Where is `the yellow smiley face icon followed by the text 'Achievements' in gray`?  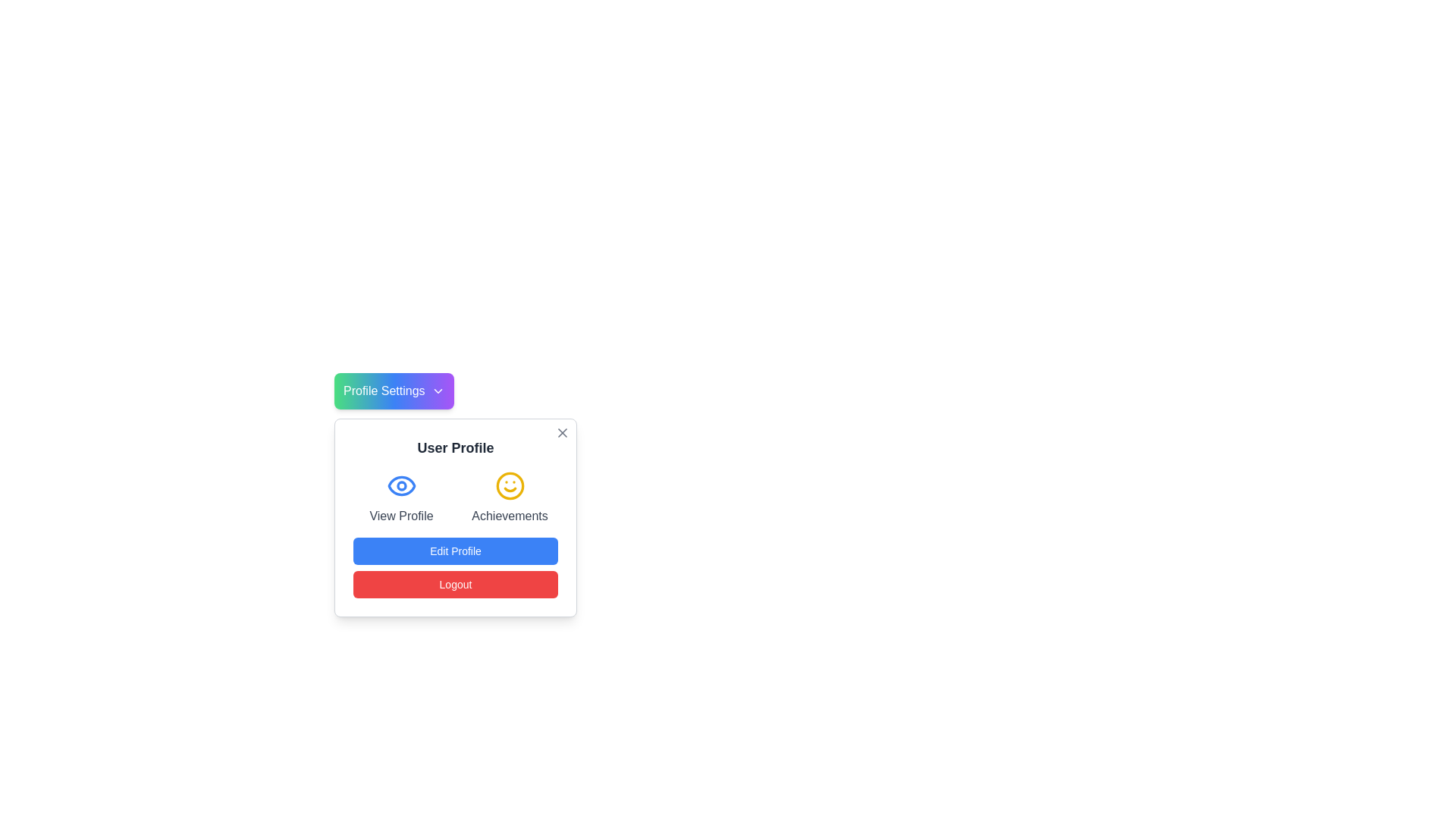 the yellow smiley face icon followed by the text 'Achievements' in gray is located at coordinates (510, 497).